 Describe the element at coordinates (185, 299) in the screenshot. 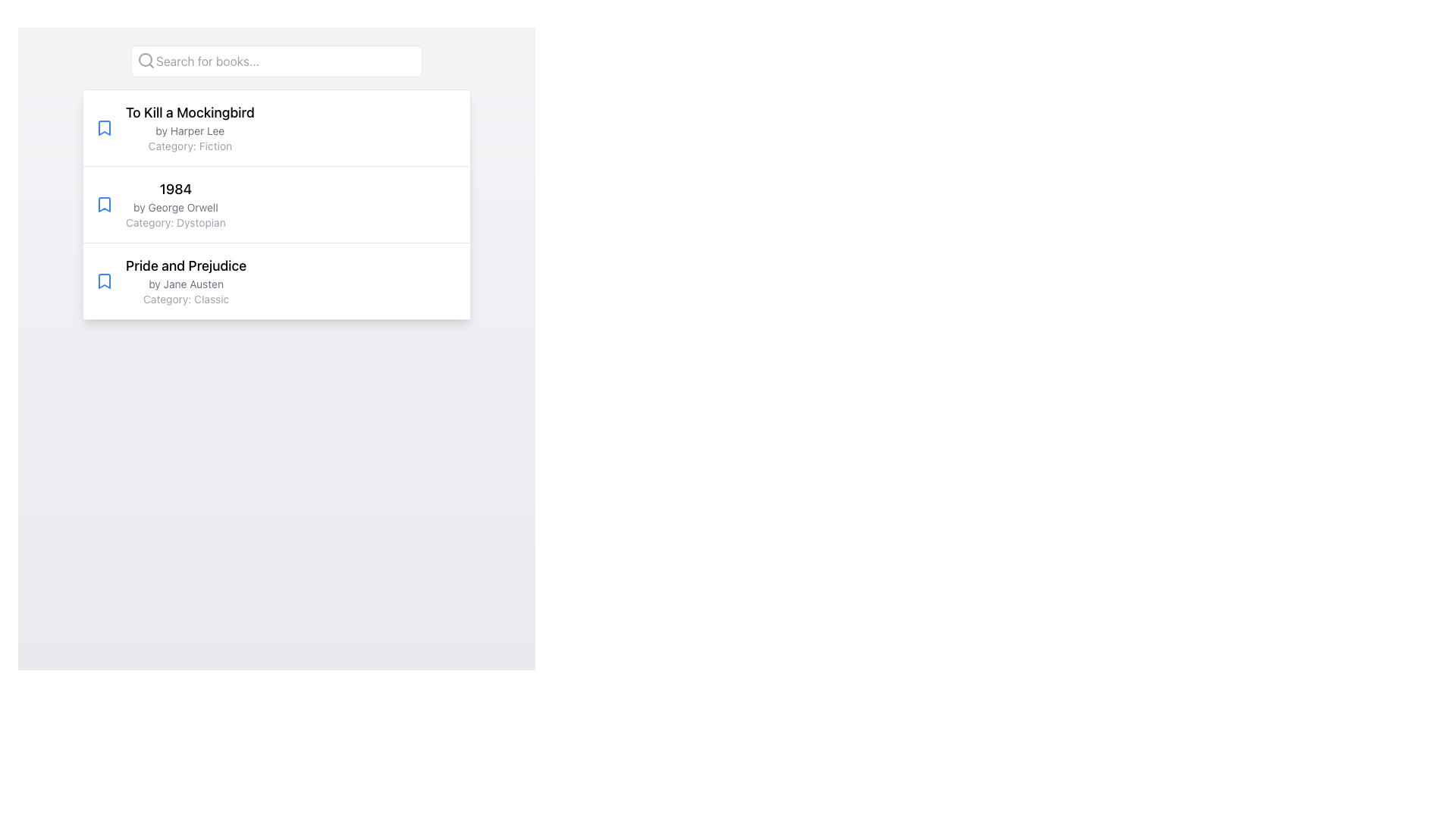

I see `the static label indicating the genre or classification of 'Pride and Prejudice', positioned below 'by Jane Austen'` at that location.